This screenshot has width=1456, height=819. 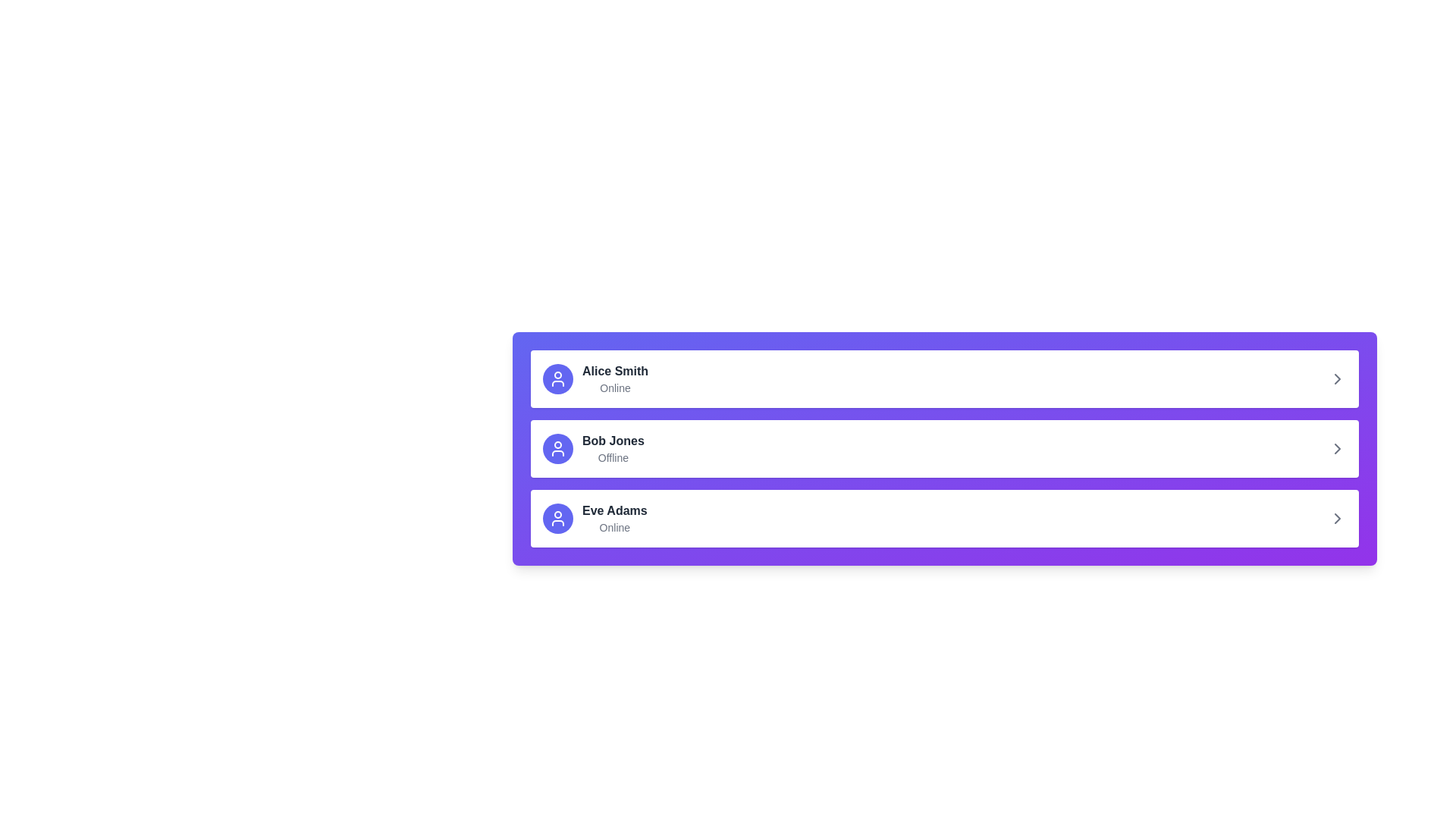 What do you see at coordinates (944, 378) in the screenshot?
I see `to select the user named 'Alice Smith', who is the first item in a list of online users` at bounding box center [944, 378].